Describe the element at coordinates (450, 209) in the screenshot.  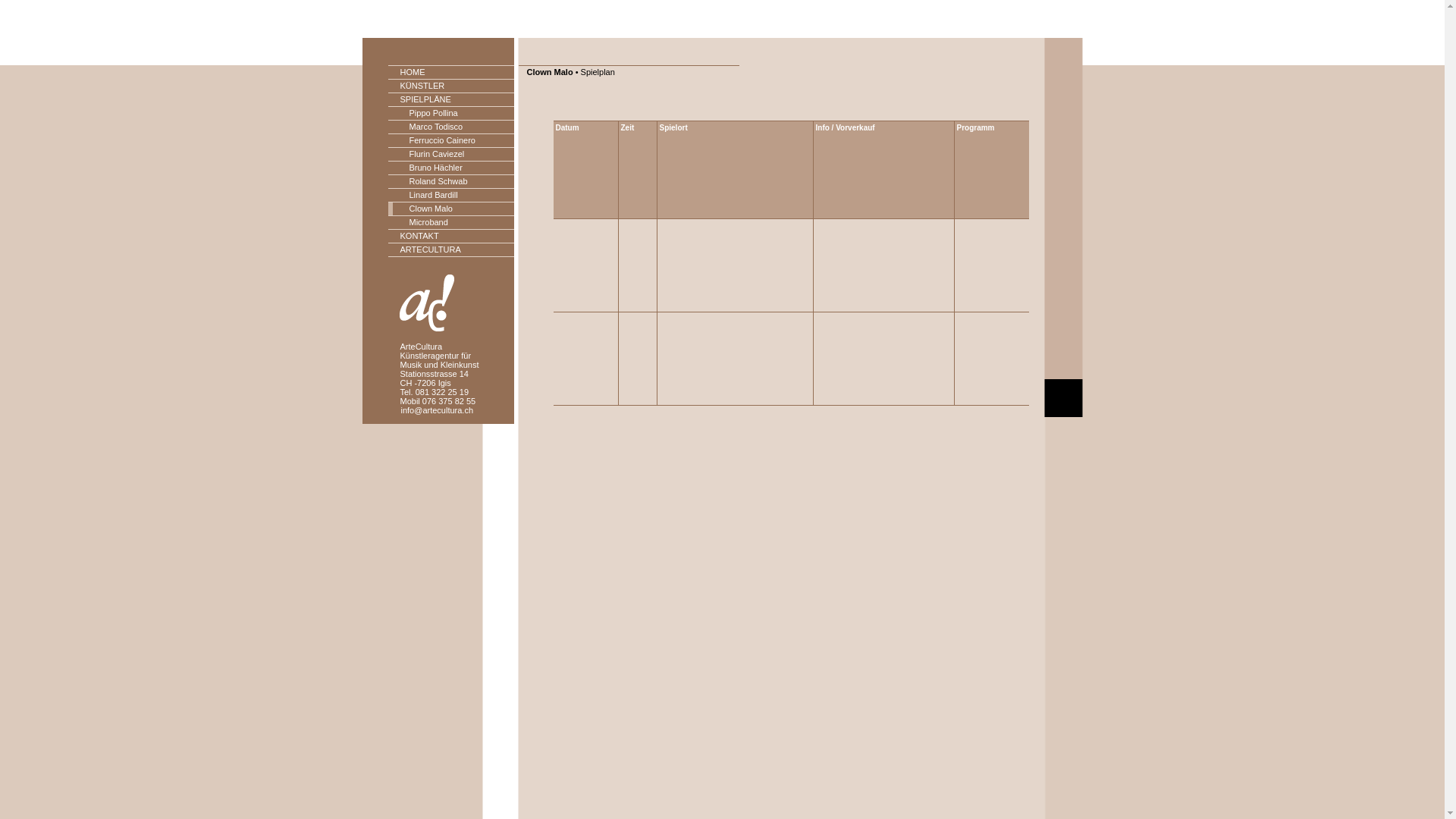
I see `'Clown Malo'` at that location.